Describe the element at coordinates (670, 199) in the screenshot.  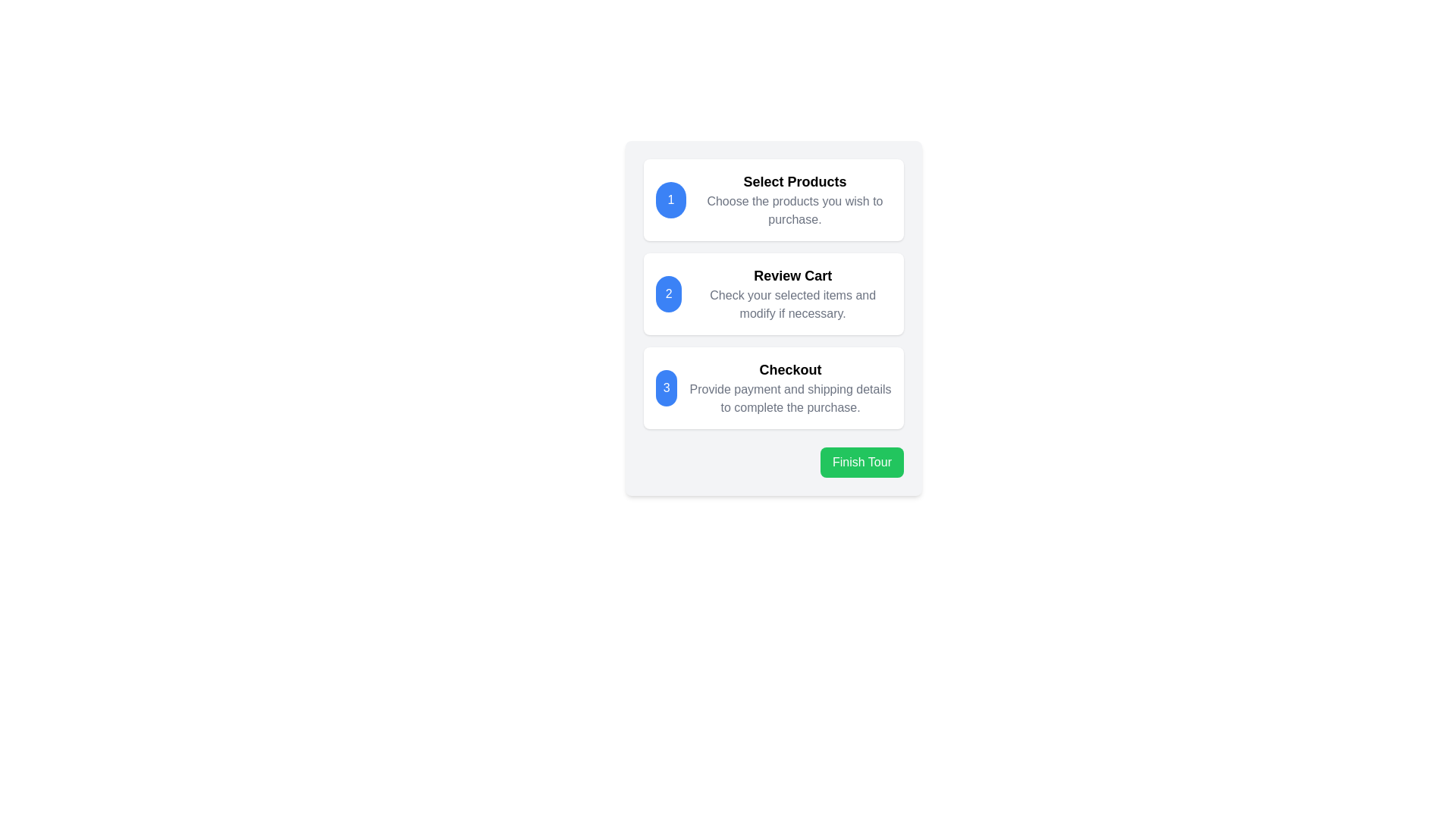
I see `the first step button, which is located to the left of the 'Select Products' text` at that location.